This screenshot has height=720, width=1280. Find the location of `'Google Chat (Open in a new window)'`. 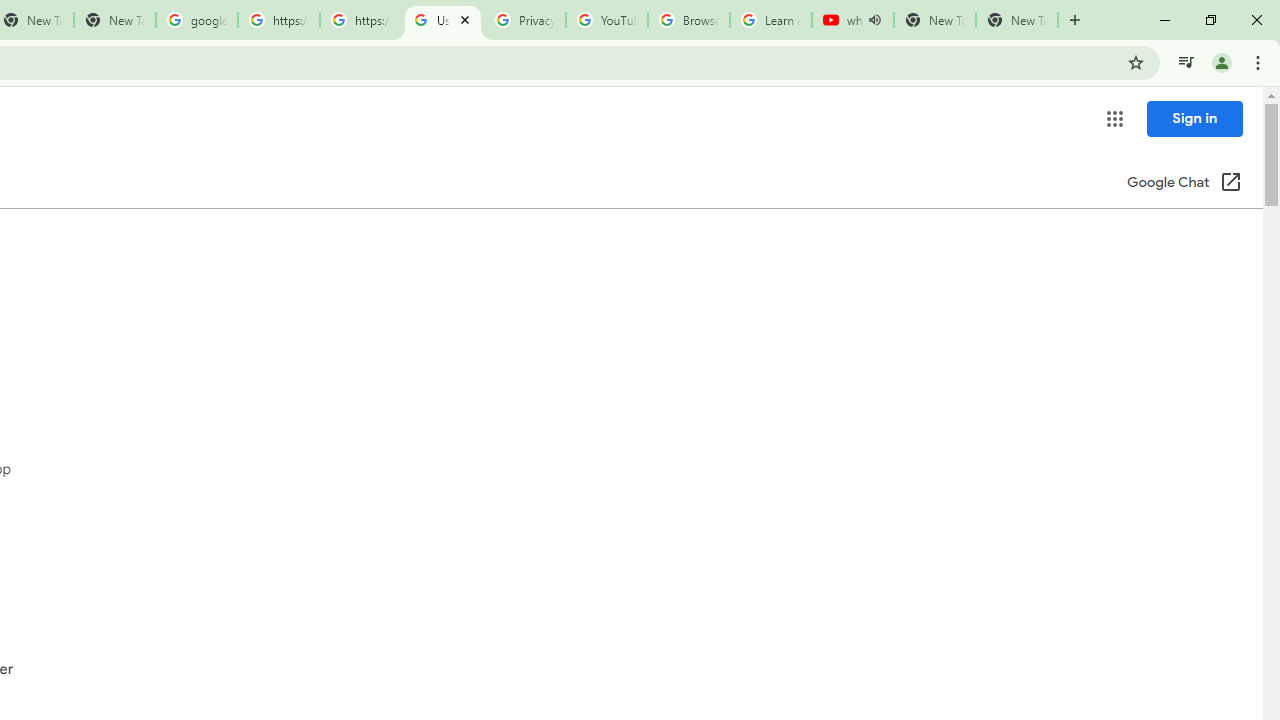

'Google Chat (Open in a new window)' is located at coordinates (1184, 183).